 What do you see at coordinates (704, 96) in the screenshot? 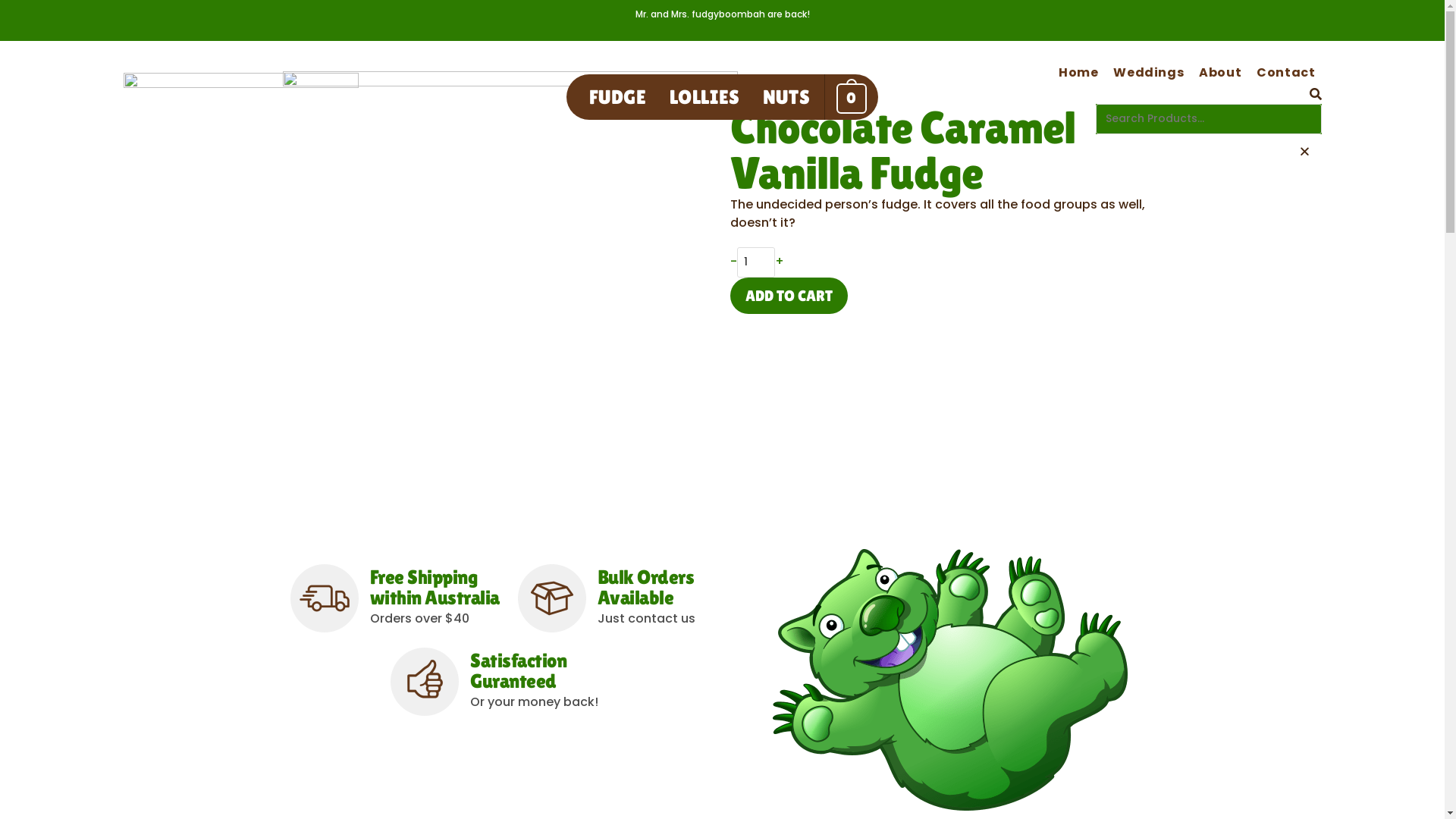
I see `'LOLLIES'` at bounding box center [704, 96].